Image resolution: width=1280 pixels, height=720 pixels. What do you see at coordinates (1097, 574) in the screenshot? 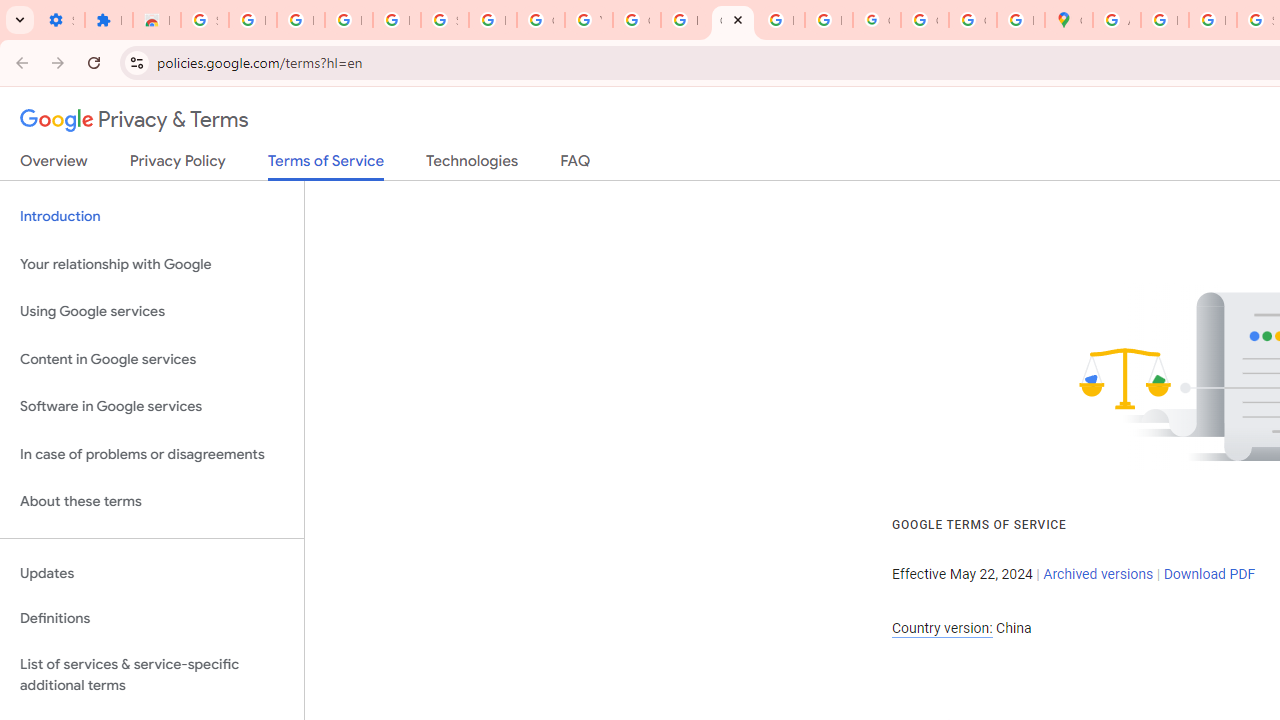
I see `'Archived versions'` at bounding box center [1097, 574].